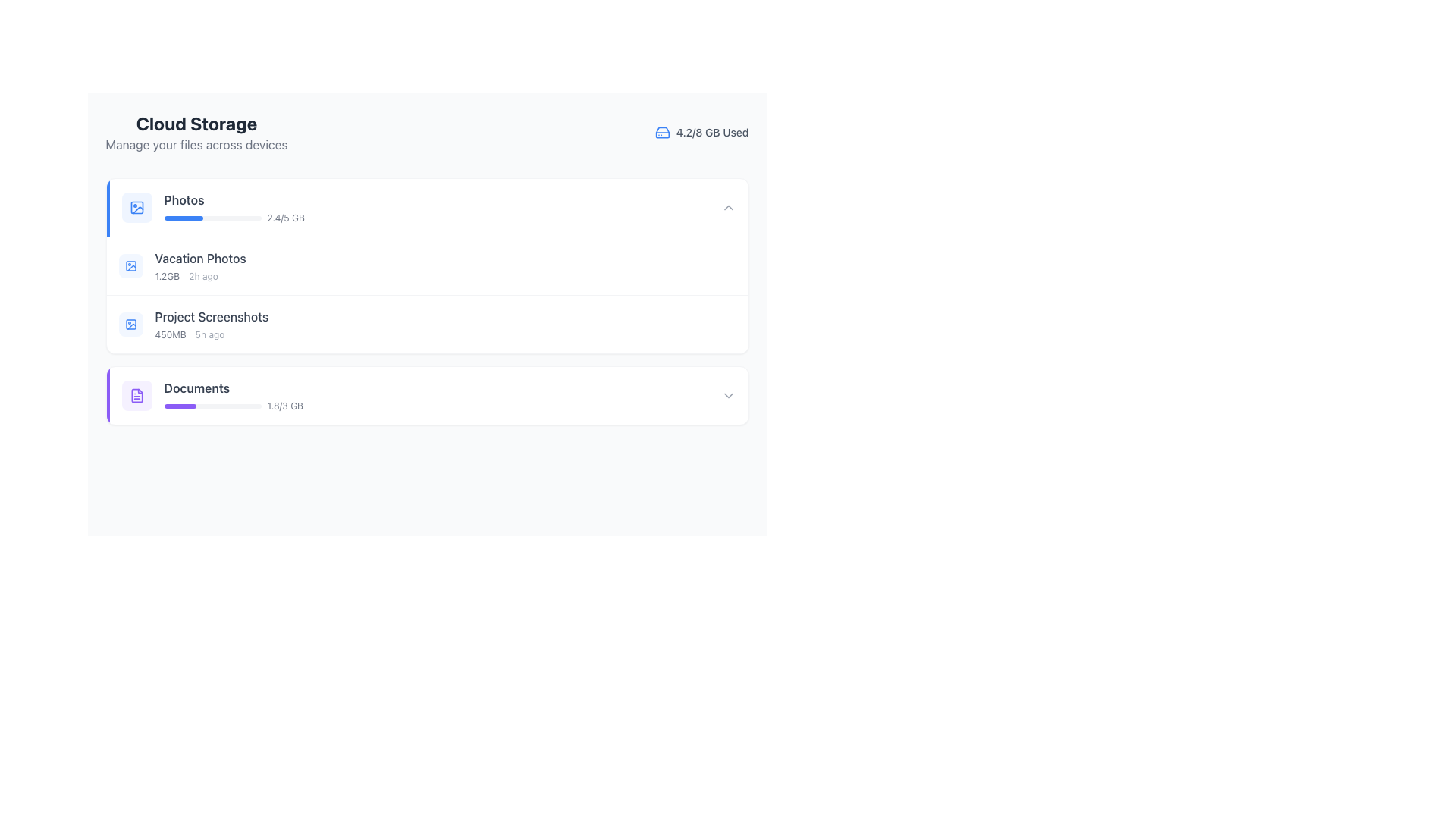 This screenshot has width=1456, height=819. Describe the element at coordinates (199, 265) in the screenshot. I see `the list item displaying file attributes` at that location.